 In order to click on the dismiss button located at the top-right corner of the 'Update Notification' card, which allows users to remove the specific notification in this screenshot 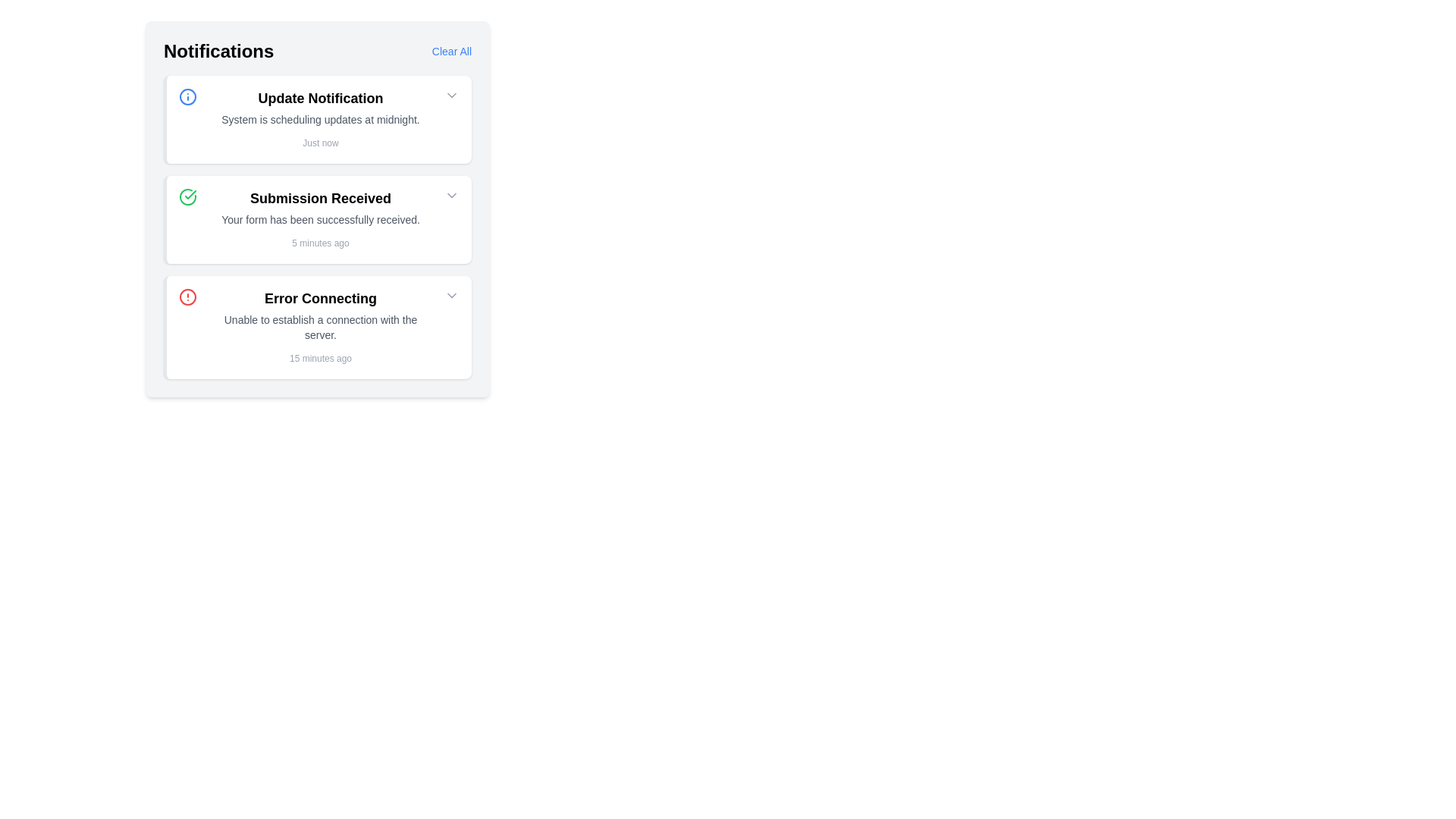, I will do `click(450, 96)`.